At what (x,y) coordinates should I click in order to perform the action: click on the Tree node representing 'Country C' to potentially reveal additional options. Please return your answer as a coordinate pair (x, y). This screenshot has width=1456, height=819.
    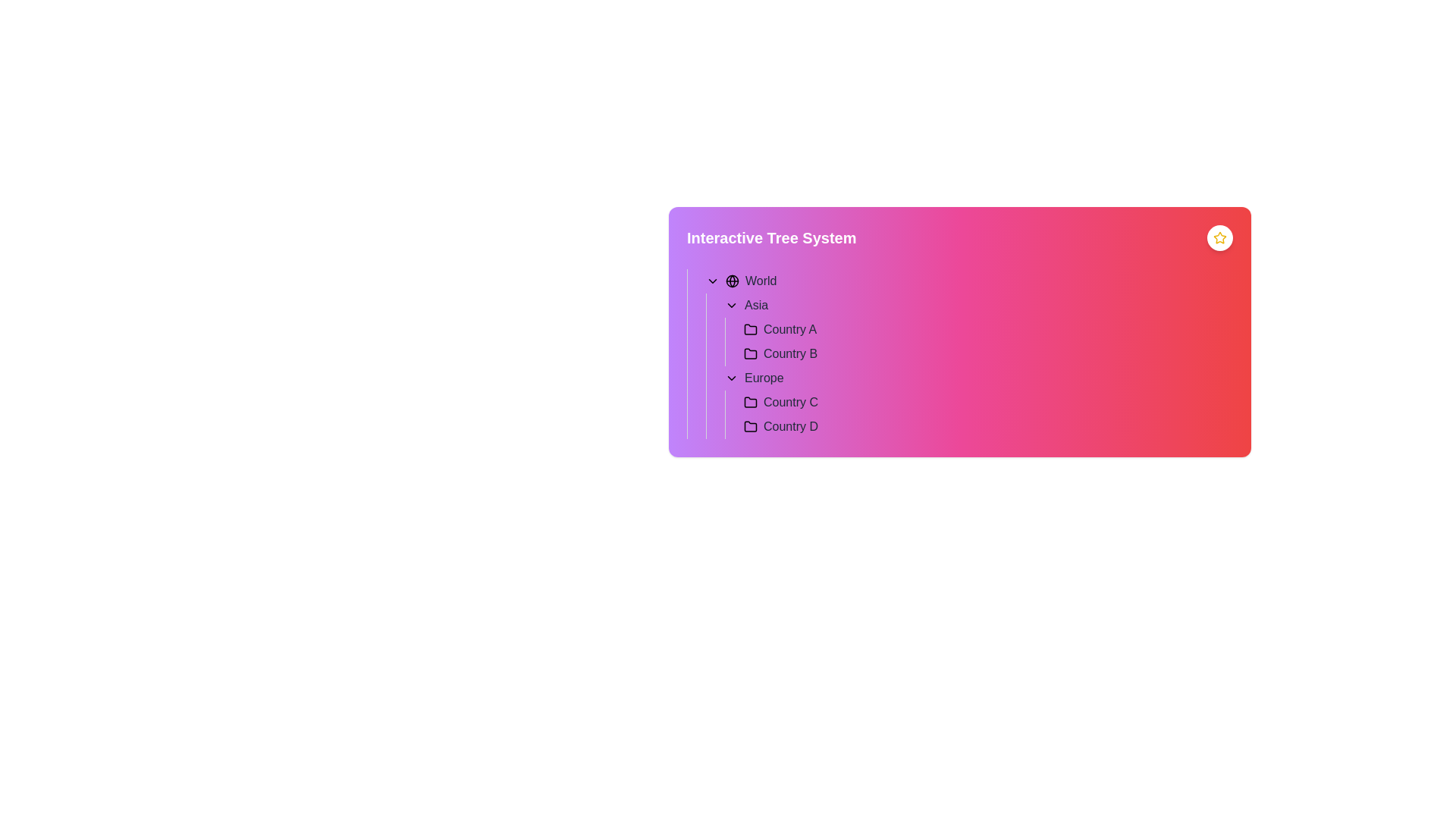
    Looking at the image, I should click on (988, 402).